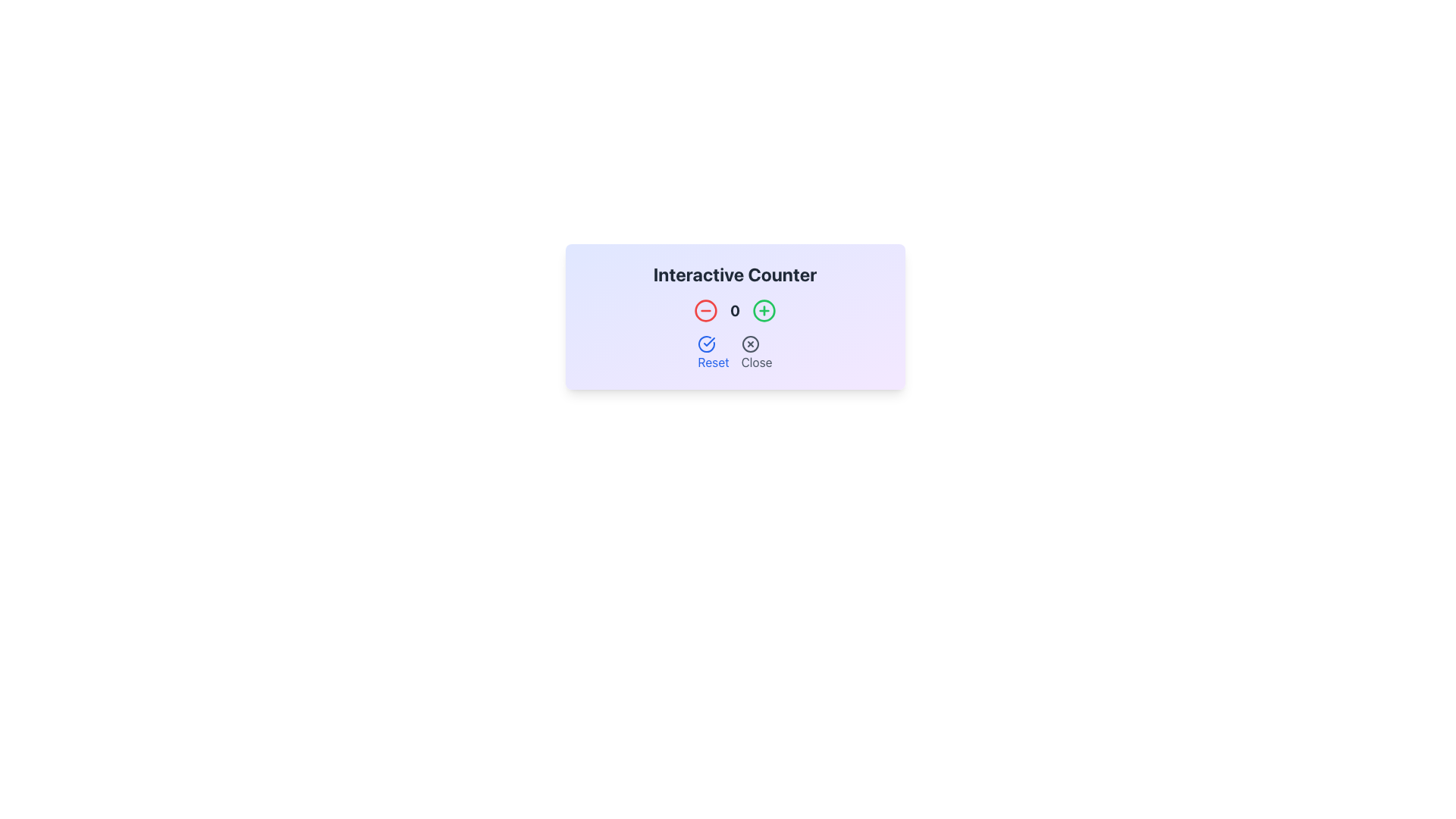  I want to click on the 'Close' button, which is part of the horizontal group of buttons labeled 'Reset' and 'Close' at the bottom of the 'Interactive Counter' card, so click(735, 353).